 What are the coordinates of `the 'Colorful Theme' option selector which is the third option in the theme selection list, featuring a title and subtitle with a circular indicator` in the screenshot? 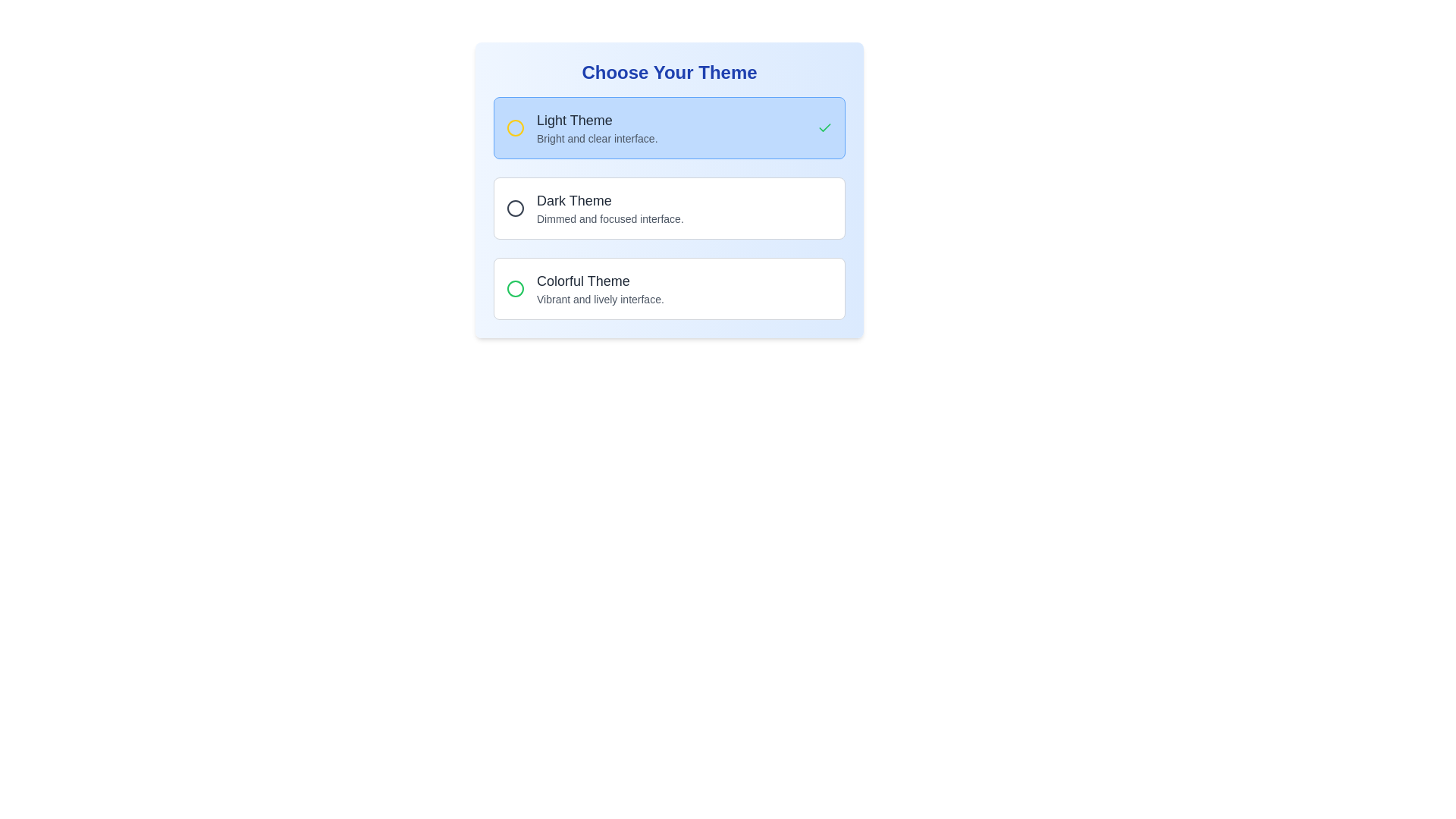 It's located at (584, 289).